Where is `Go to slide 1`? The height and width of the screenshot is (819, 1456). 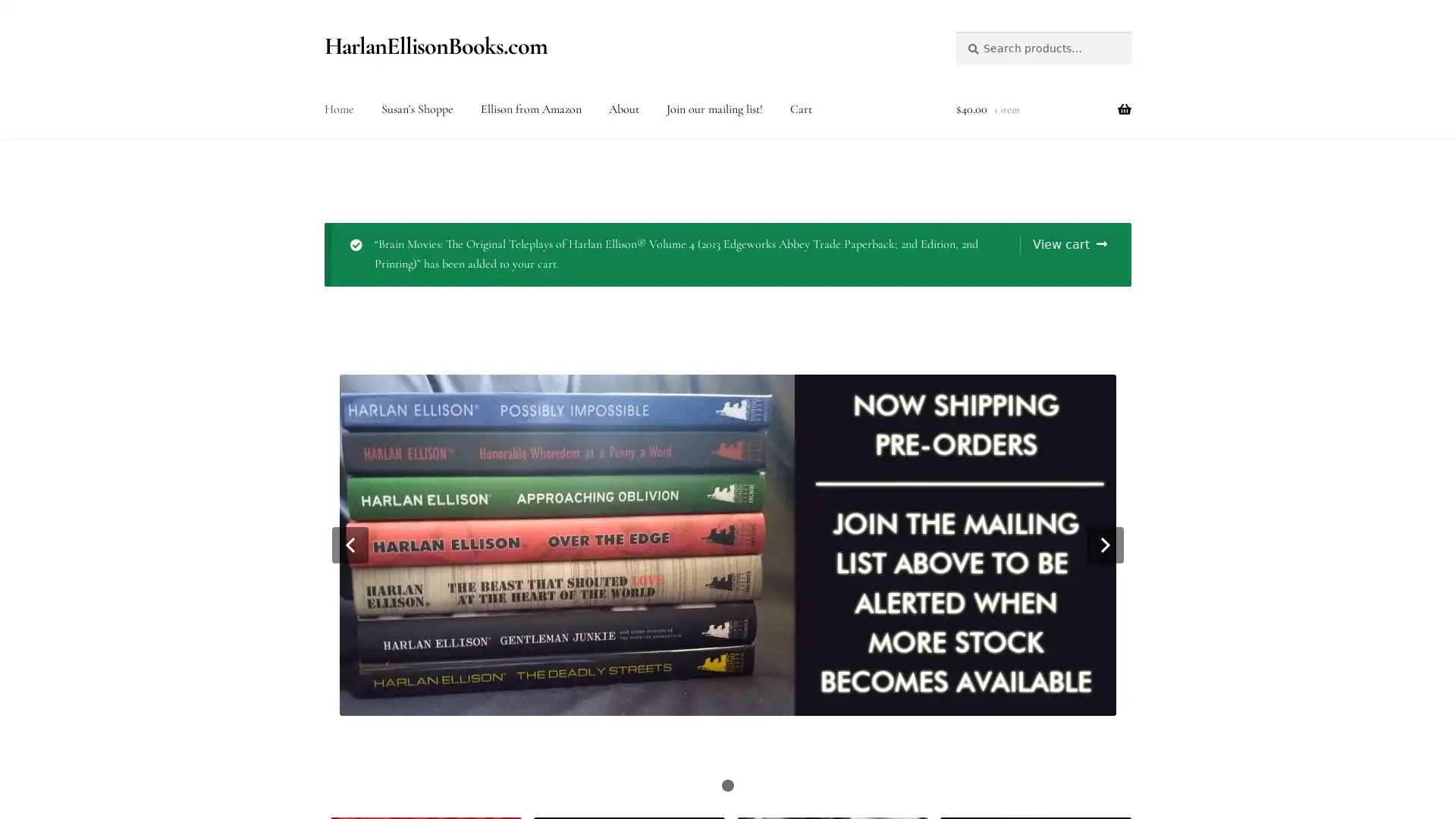
Go to slide 1 is located at coordinates (728, 784).